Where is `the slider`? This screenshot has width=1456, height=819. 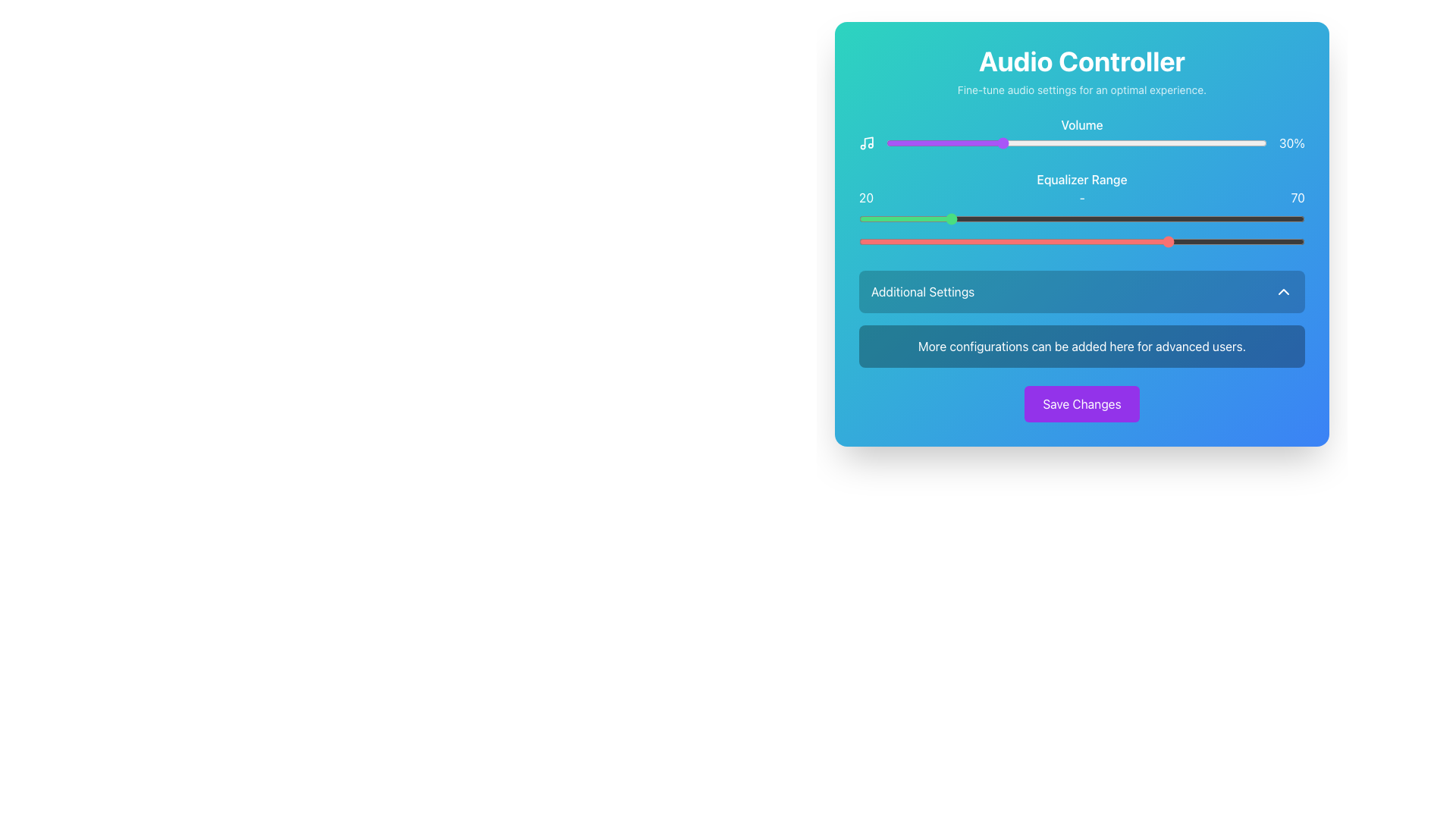
the slider is located at coordinates (931, 143).